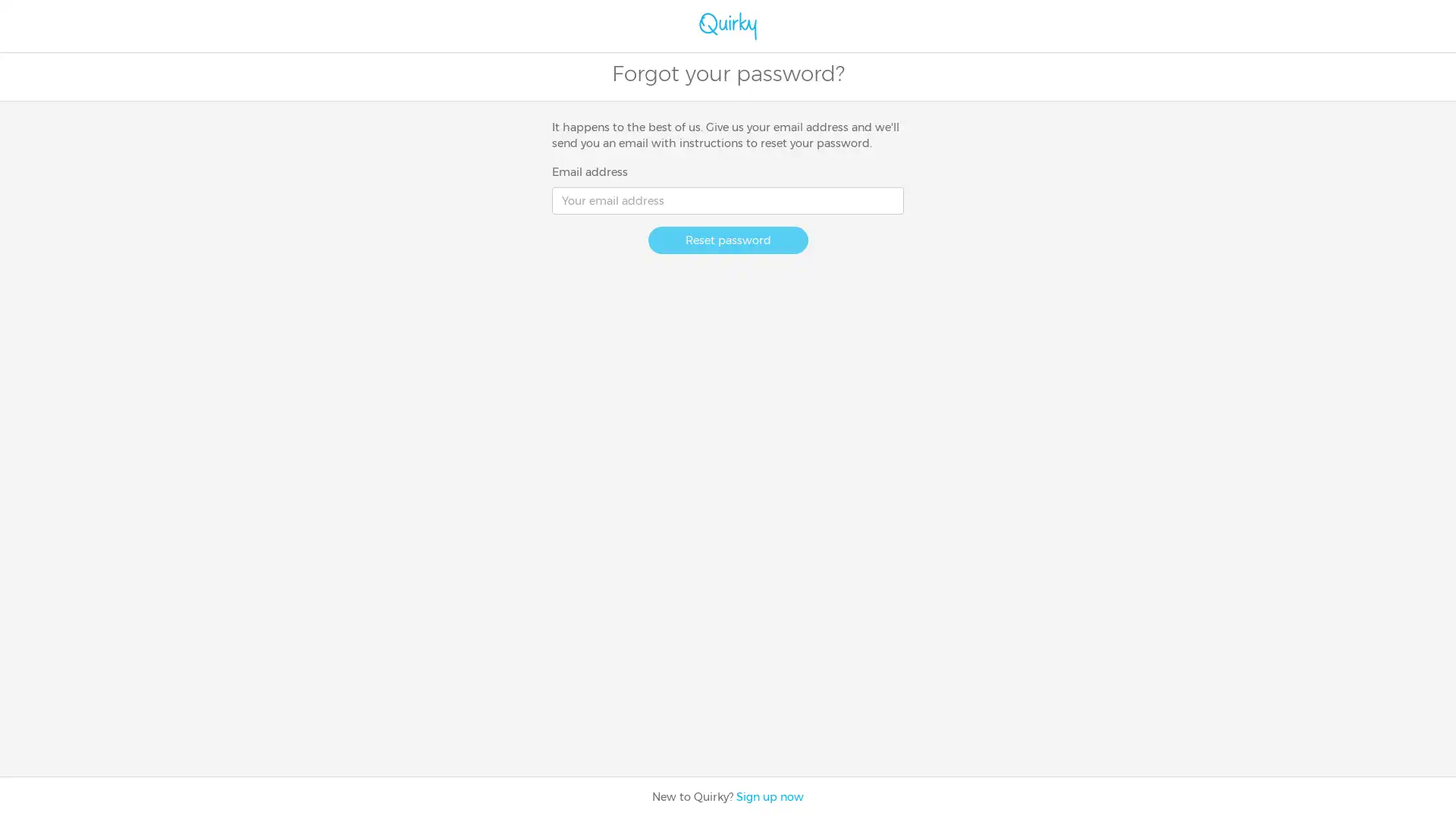 Image resolution: width=1456 pixels, height=819 pixels. I want to click on Reset password, so click(726, 239).